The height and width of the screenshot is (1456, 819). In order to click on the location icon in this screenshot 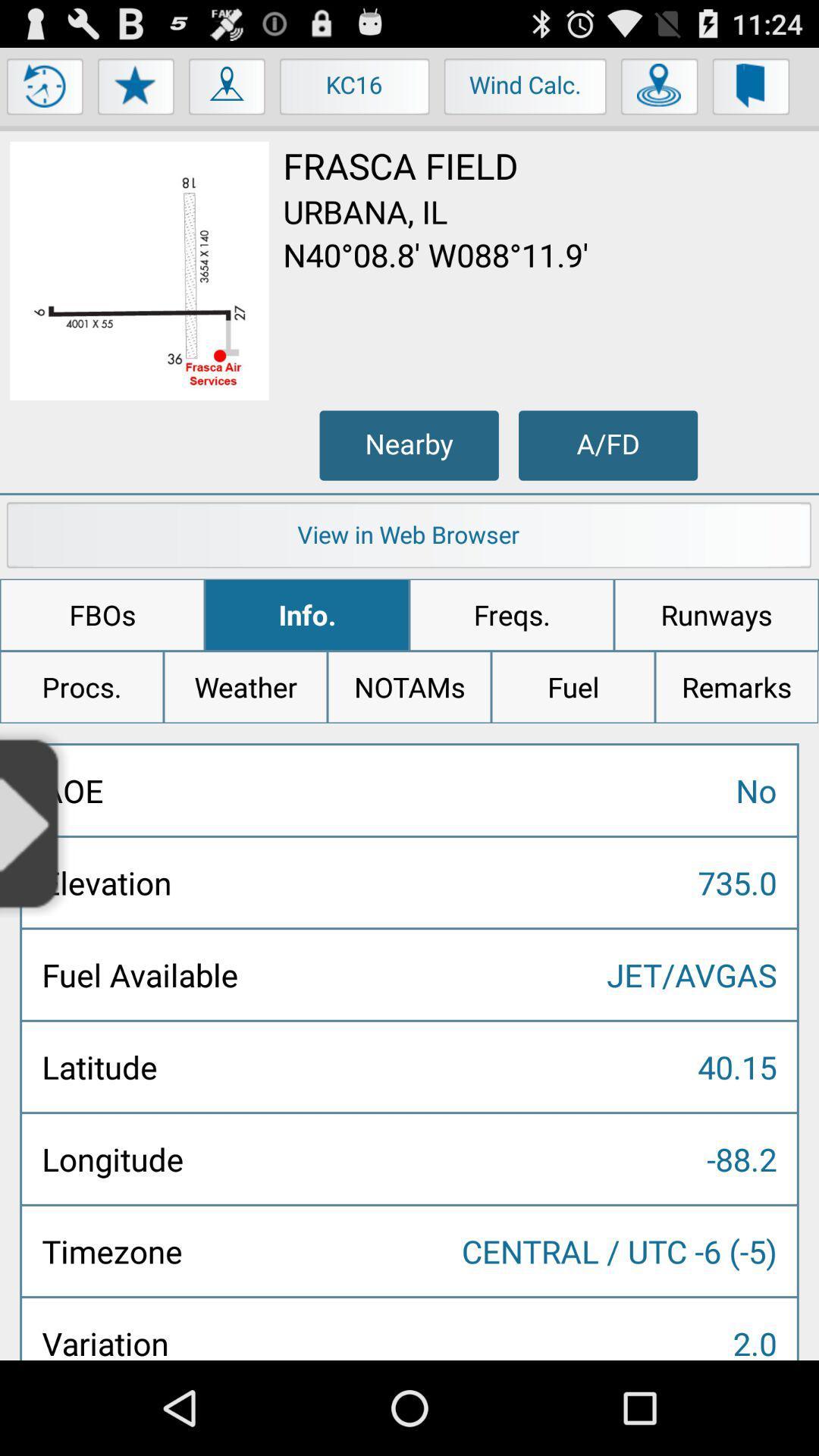, I will do `click(227, 96)`.